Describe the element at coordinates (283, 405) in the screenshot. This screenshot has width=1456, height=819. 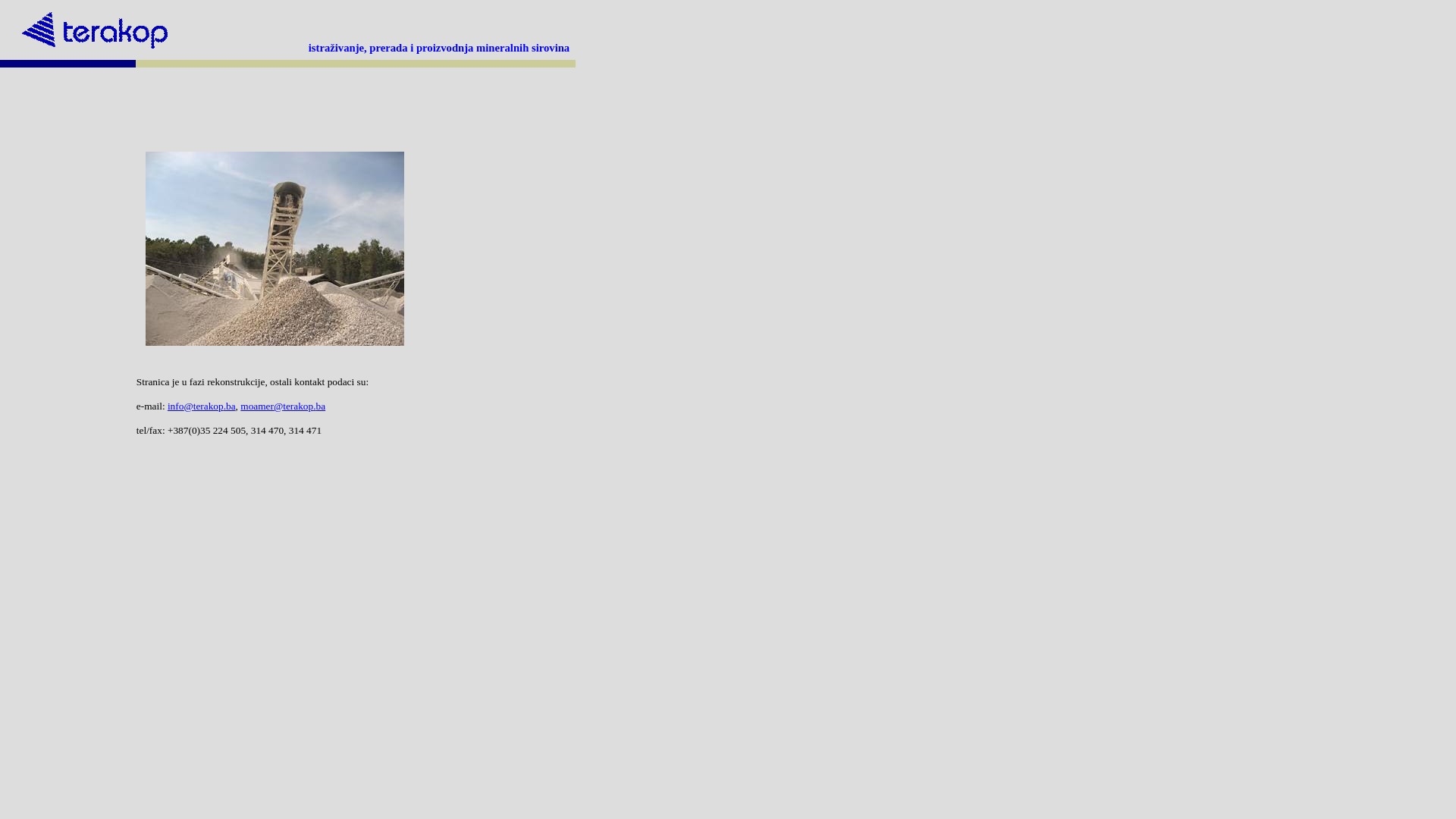
I see `'moamer@terakop.ba'` at that location.